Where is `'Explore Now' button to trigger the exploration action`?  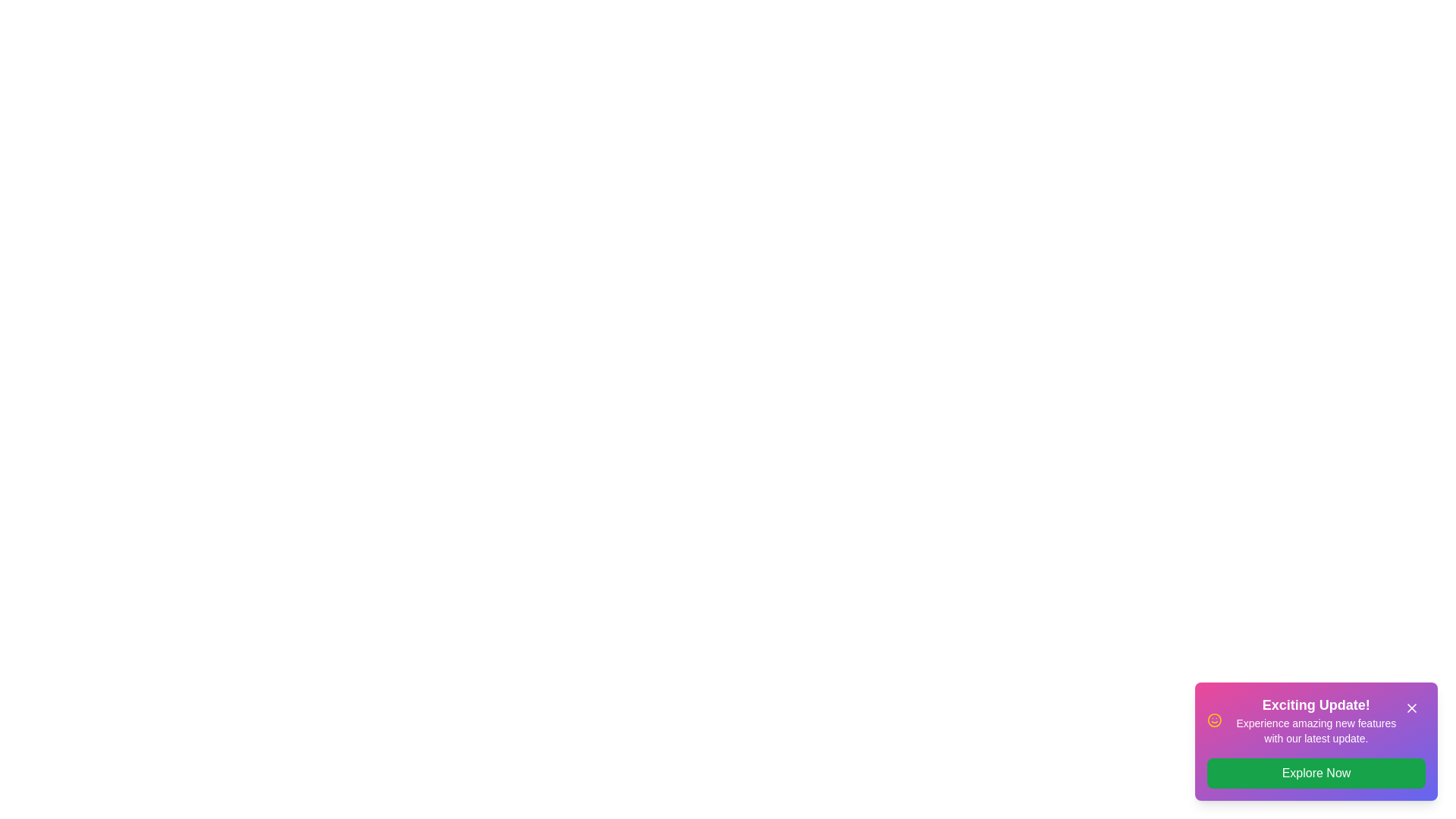
'Explore Now' button to trigger the exploration action is located at coordinates (1316, 773).